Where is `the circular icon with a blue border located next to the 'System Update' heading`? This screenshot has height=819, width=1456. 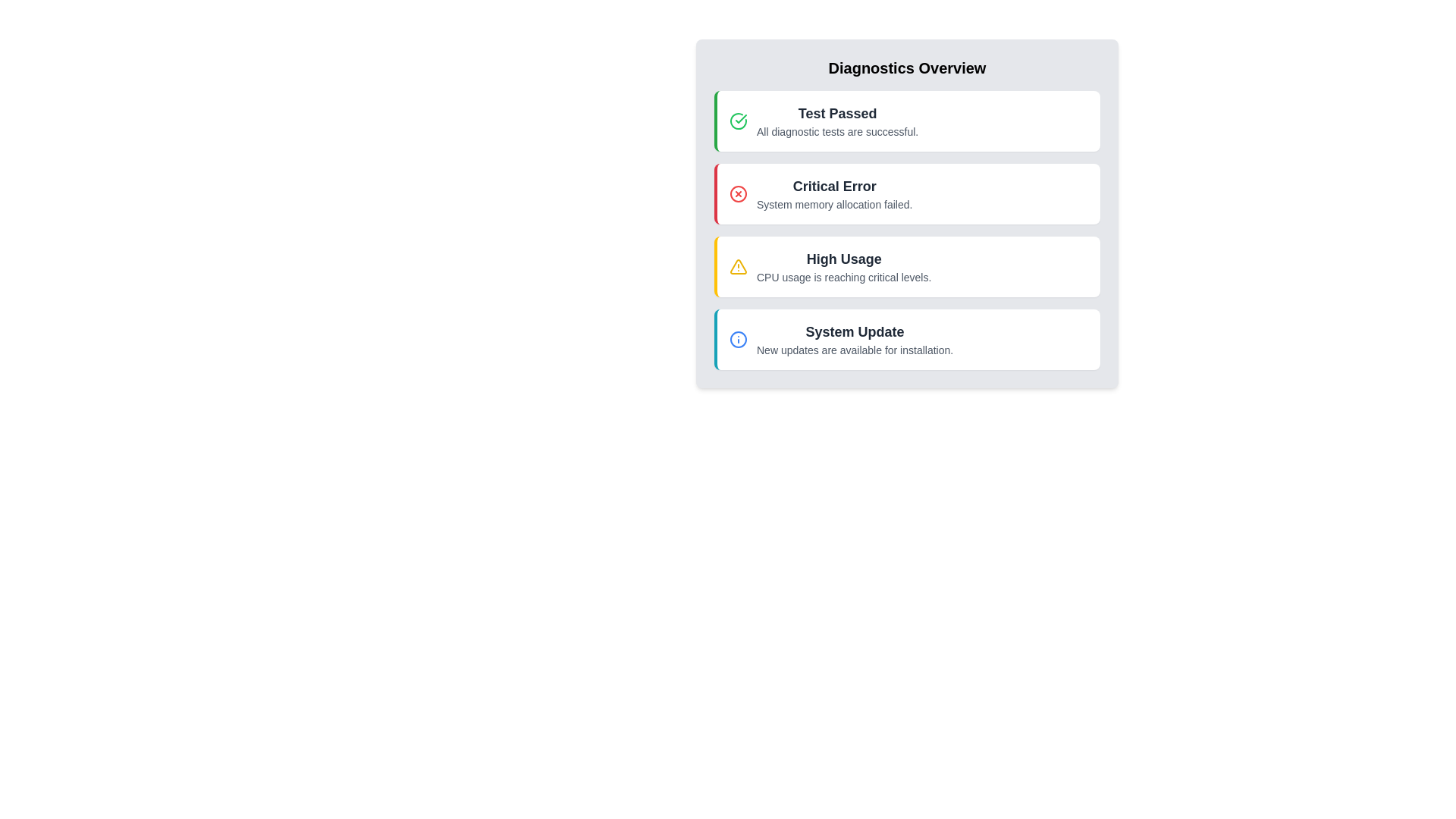
the circular icon with a blue border located next to the 'System Update' heading is located at coordinates (739, 338).